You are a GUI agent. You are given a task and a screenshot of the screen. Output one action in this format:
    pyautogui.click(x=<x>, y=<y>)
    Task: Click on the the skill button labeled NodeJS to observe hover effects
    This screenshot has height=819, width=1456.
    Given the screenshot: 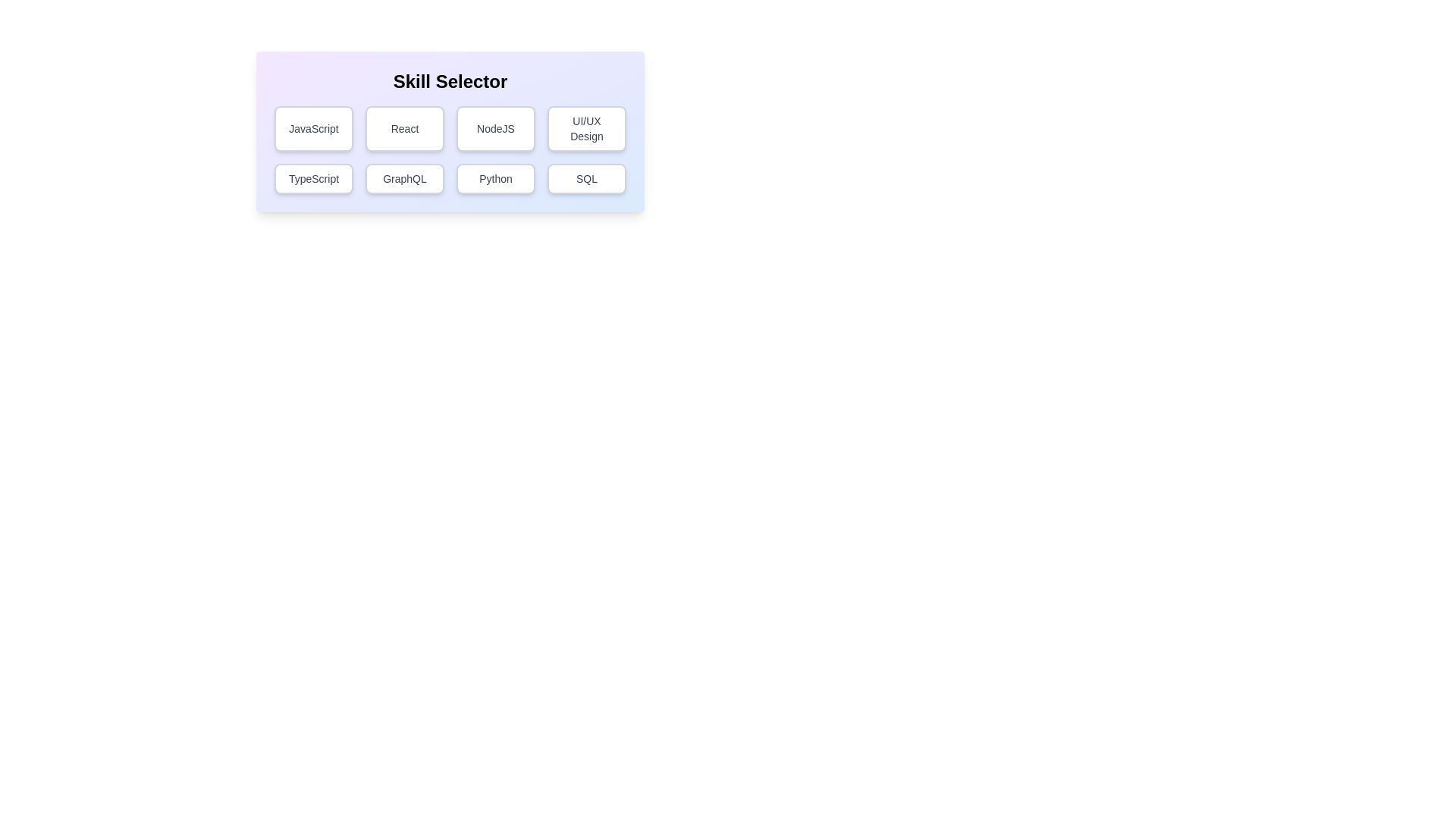 What is the action you would take?
    pyautogui.click(x=495, y=127)
    